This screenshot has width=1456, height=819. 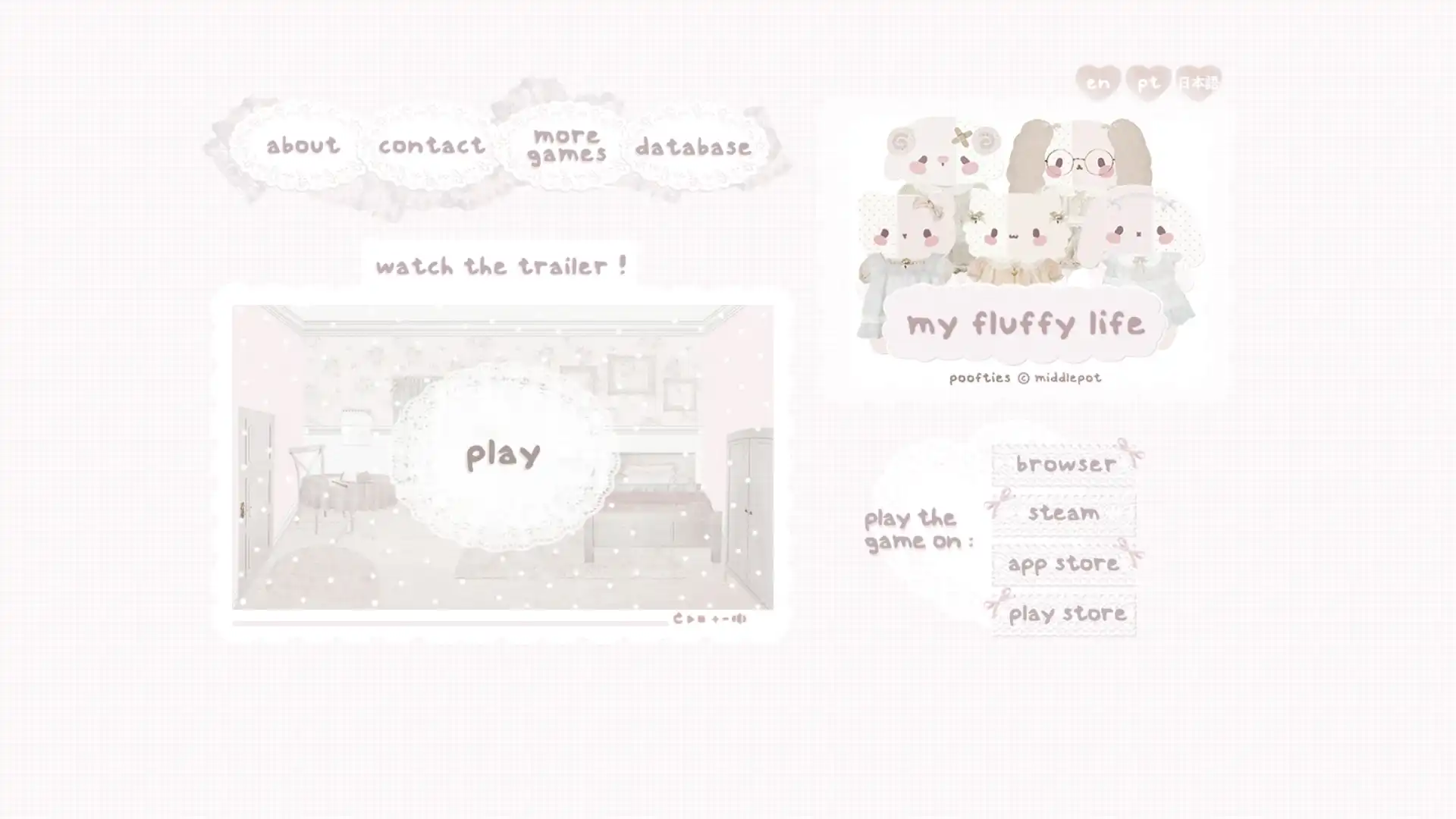 What do you see at coordinates (616, 513) in the screenshot?
I see `mute` at bounding box center [616, 513].